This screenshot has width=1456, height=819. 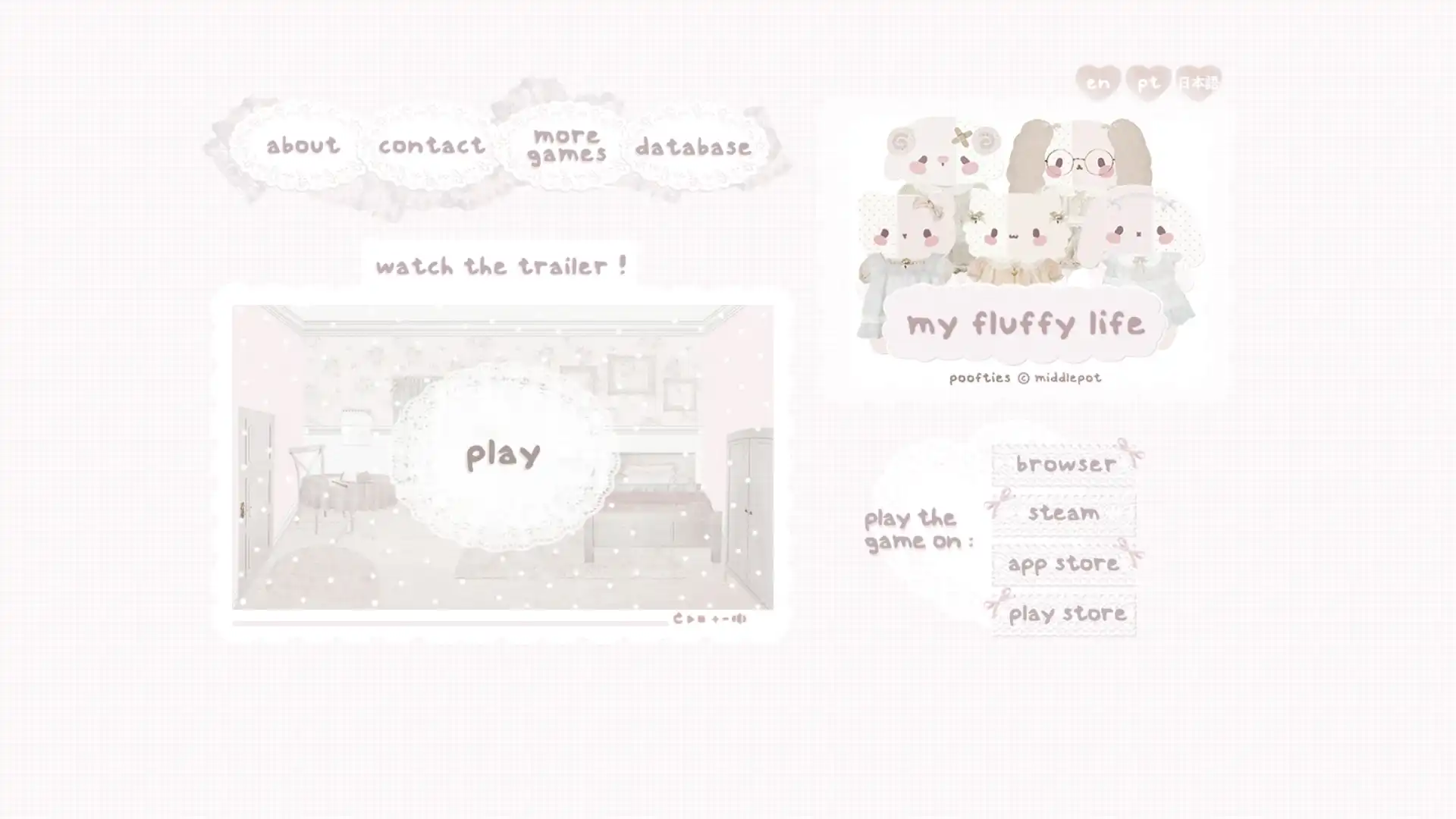 What do you see at coordinates (616, 513) in the screenshot?
I see `mute` at bounding box center [616, 513].